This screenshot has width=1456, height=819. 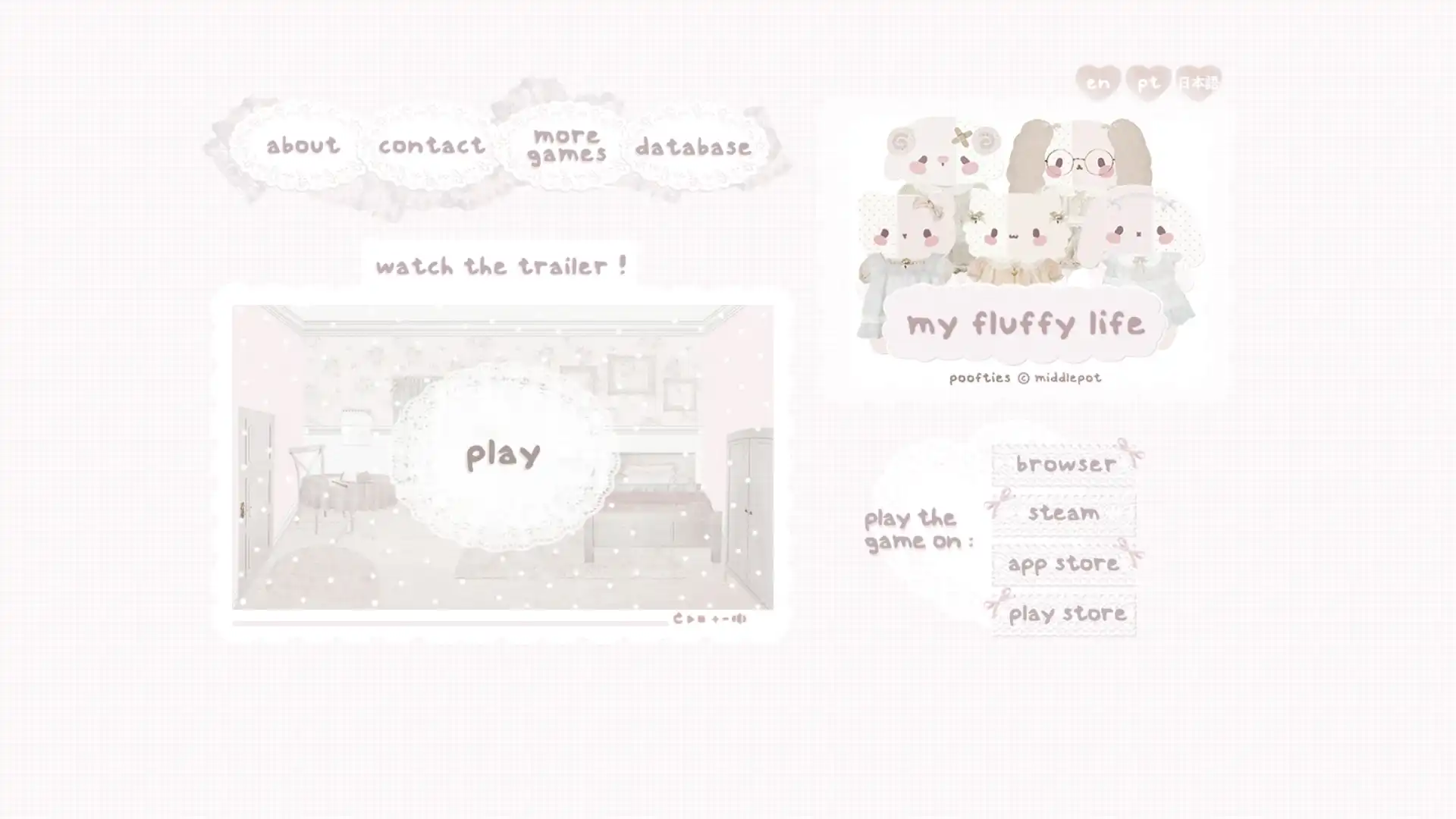 What do you see at coordinates (616, 513) in the screenshot?
I see `mute` at bounding box center [616, 513].